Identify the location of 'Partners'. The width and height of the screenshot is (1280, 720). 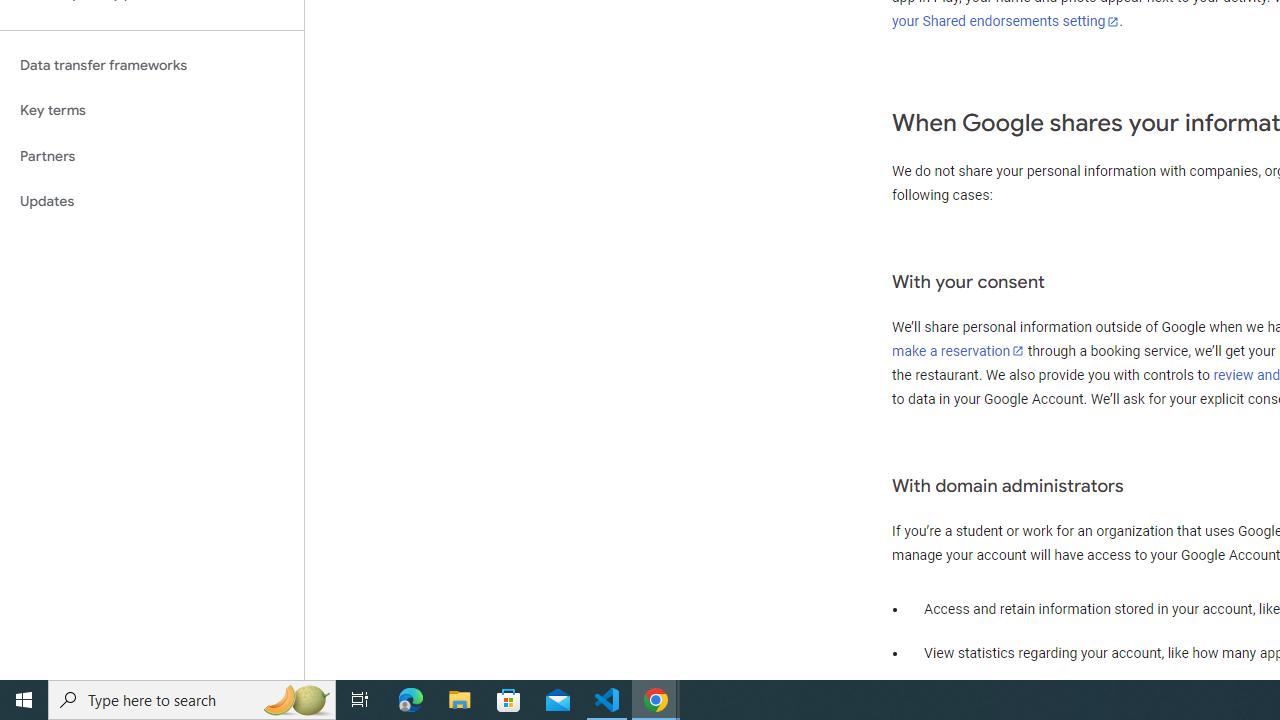
(151, 155).